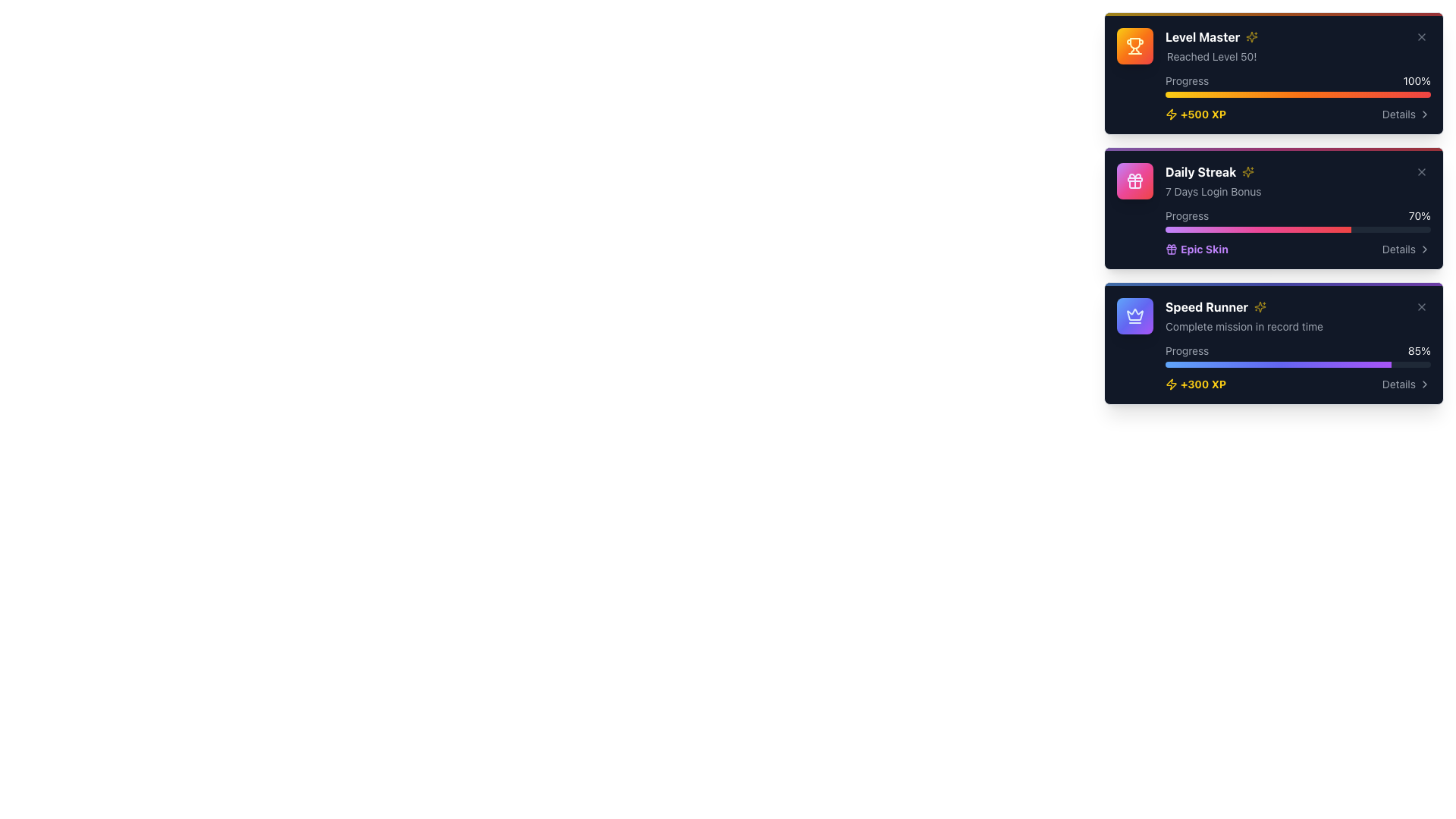 Image resolution: width=1456 pixels, height=819 pixels. Describe the element at coordinates (1421, 36) in the screenshot. I see `the close icon button located at the top-right corner of the 'Level Master' card` at that location.